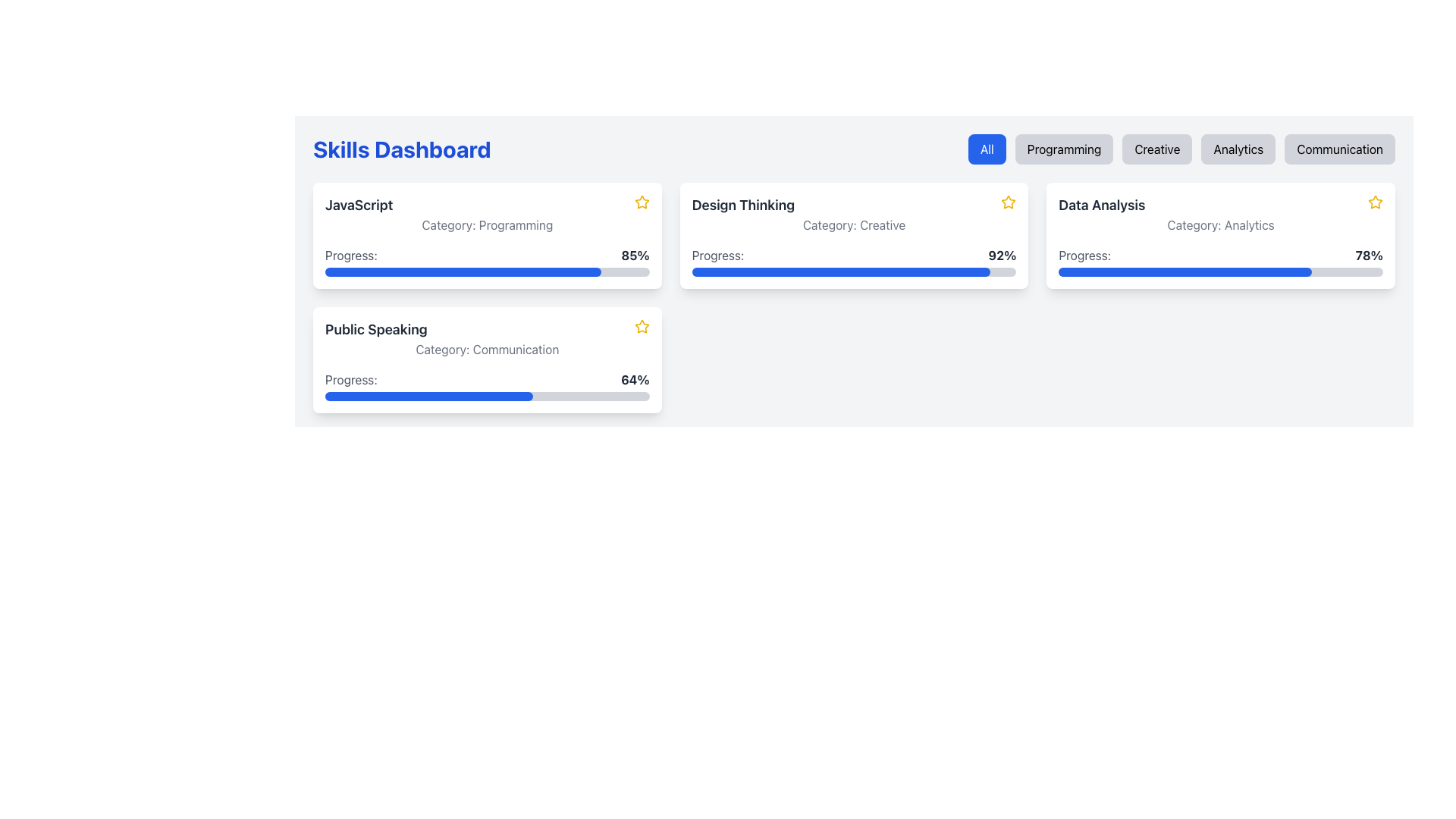 This screenshot has height=819, width=1456. Describe the element at coordinates (987, 149) in the screenshot. I see `the filter button located in the upper-right section of the interface` at that location.